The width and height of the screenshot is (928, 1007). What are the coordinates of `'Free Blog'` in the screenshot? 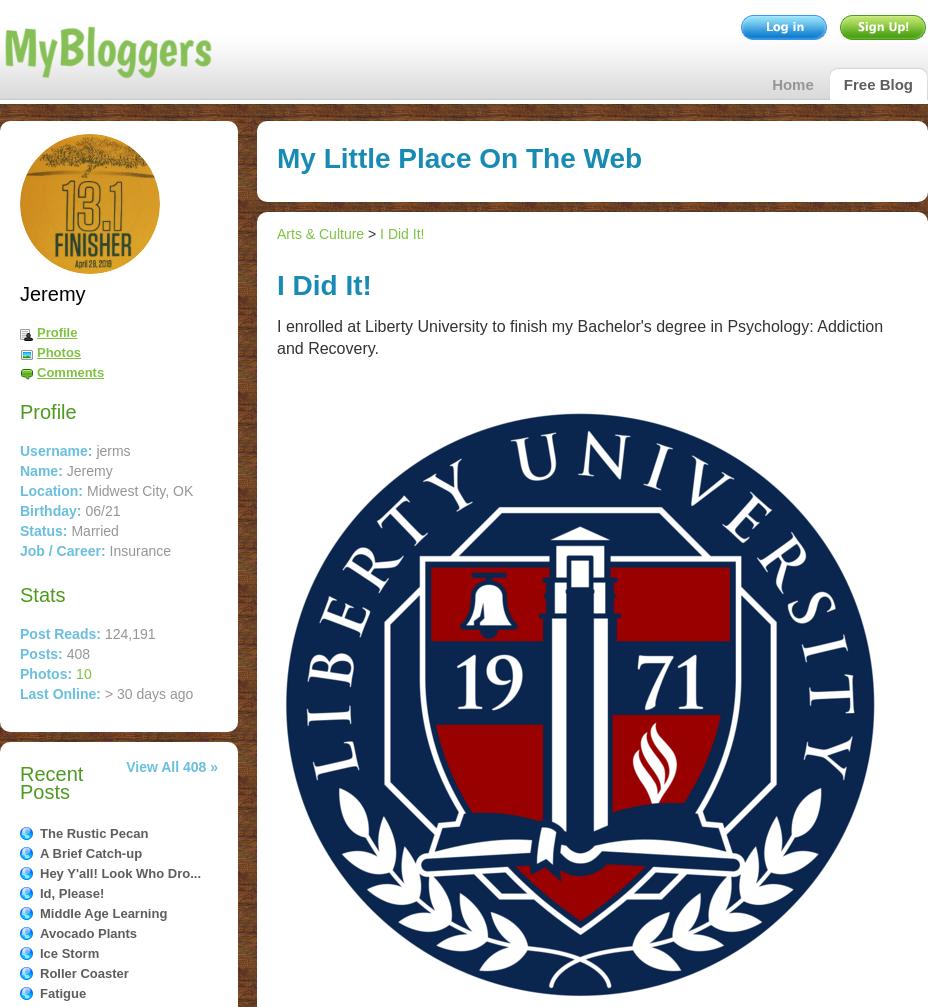 It's located at (877, 84).